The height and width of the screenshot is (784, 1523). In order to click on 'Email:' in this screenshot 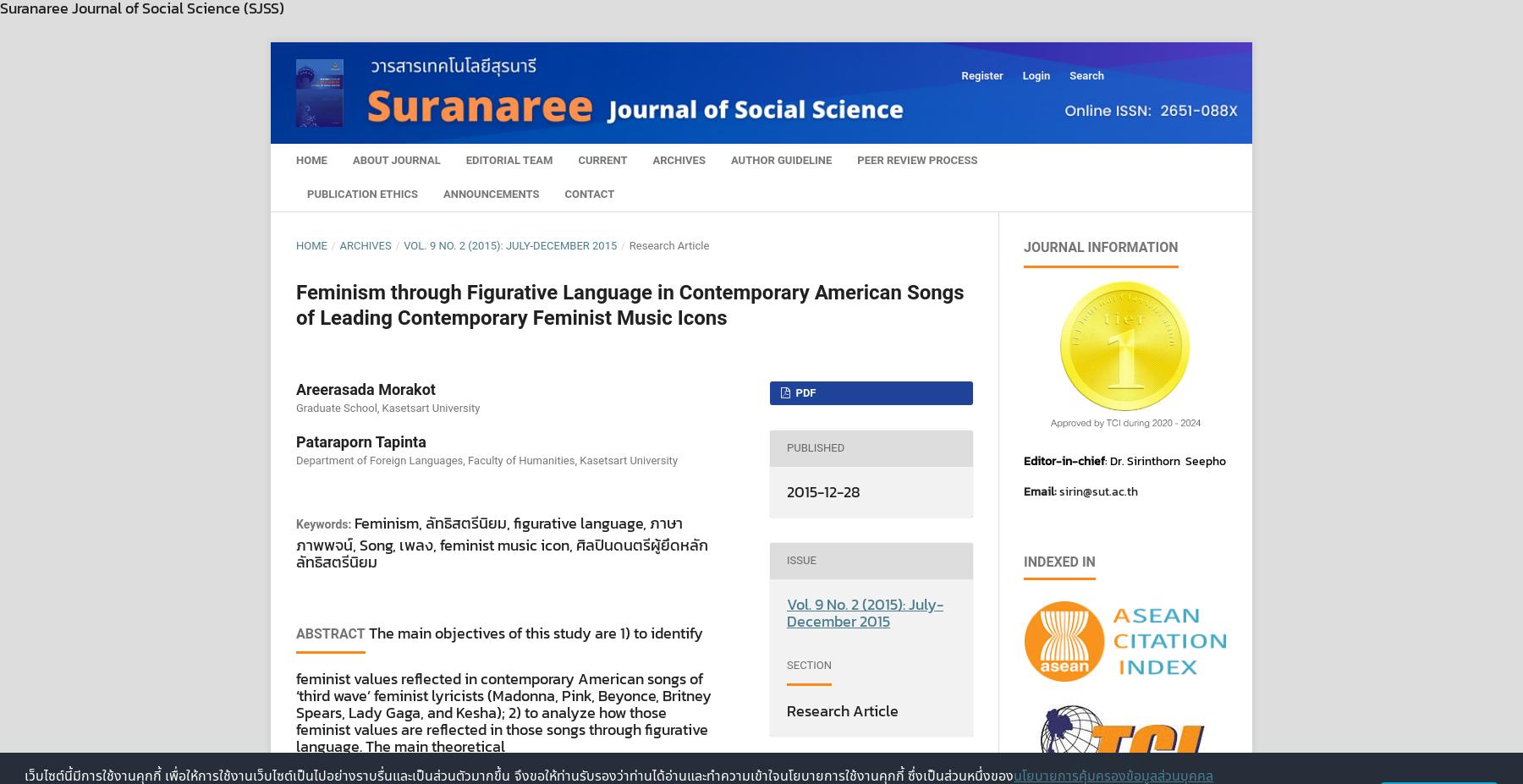, I will do `click(1039, 491)`.